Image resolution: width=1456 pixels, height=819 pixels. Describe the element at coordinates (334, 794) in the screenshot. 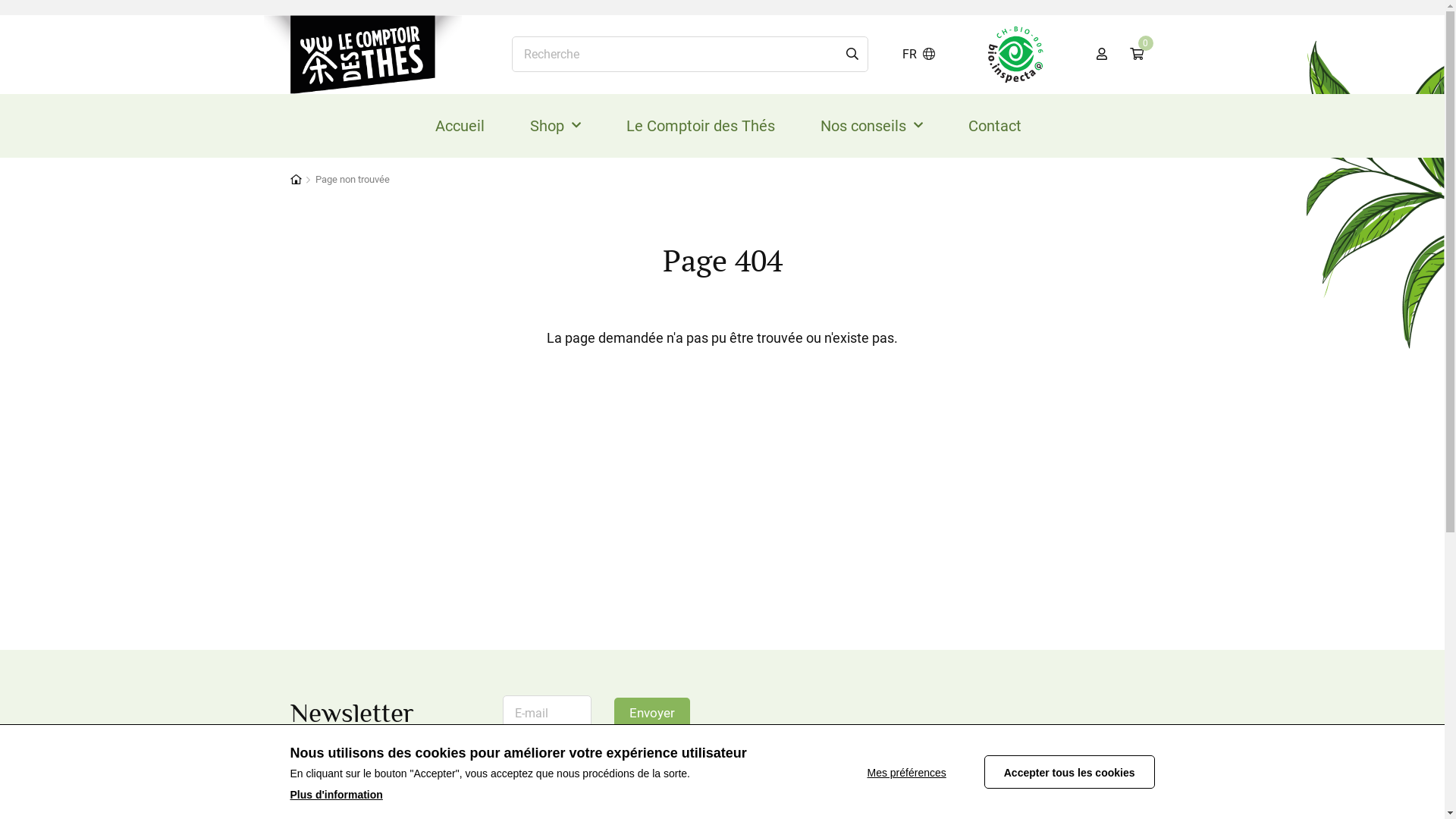

I see `'Plus d'information'` at that location.